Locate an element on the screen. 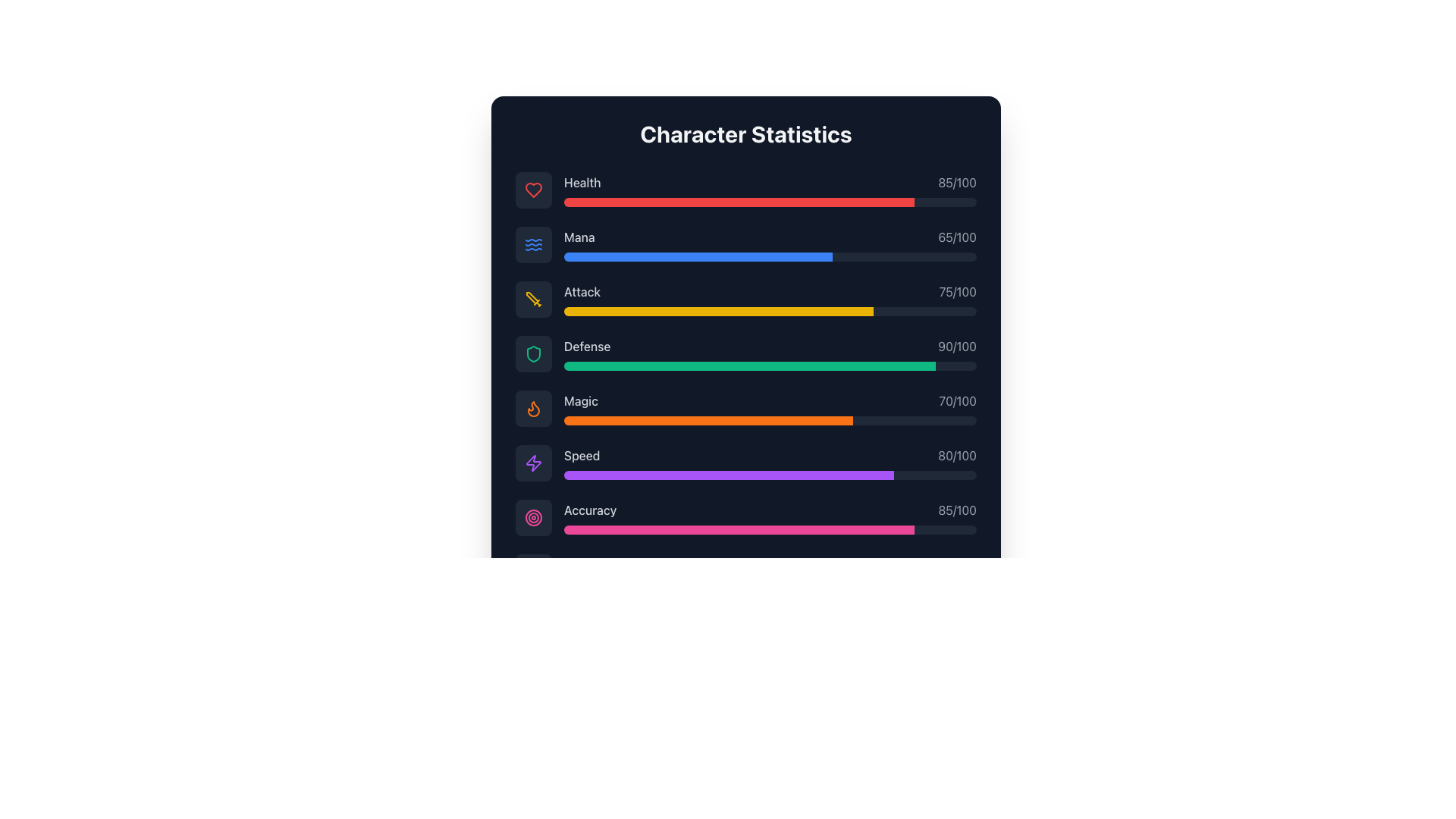  score displayed in the text label that represents the 'Attack' statistic, located to the far right of the 'Attack' row is located at coordinates (957, 292).